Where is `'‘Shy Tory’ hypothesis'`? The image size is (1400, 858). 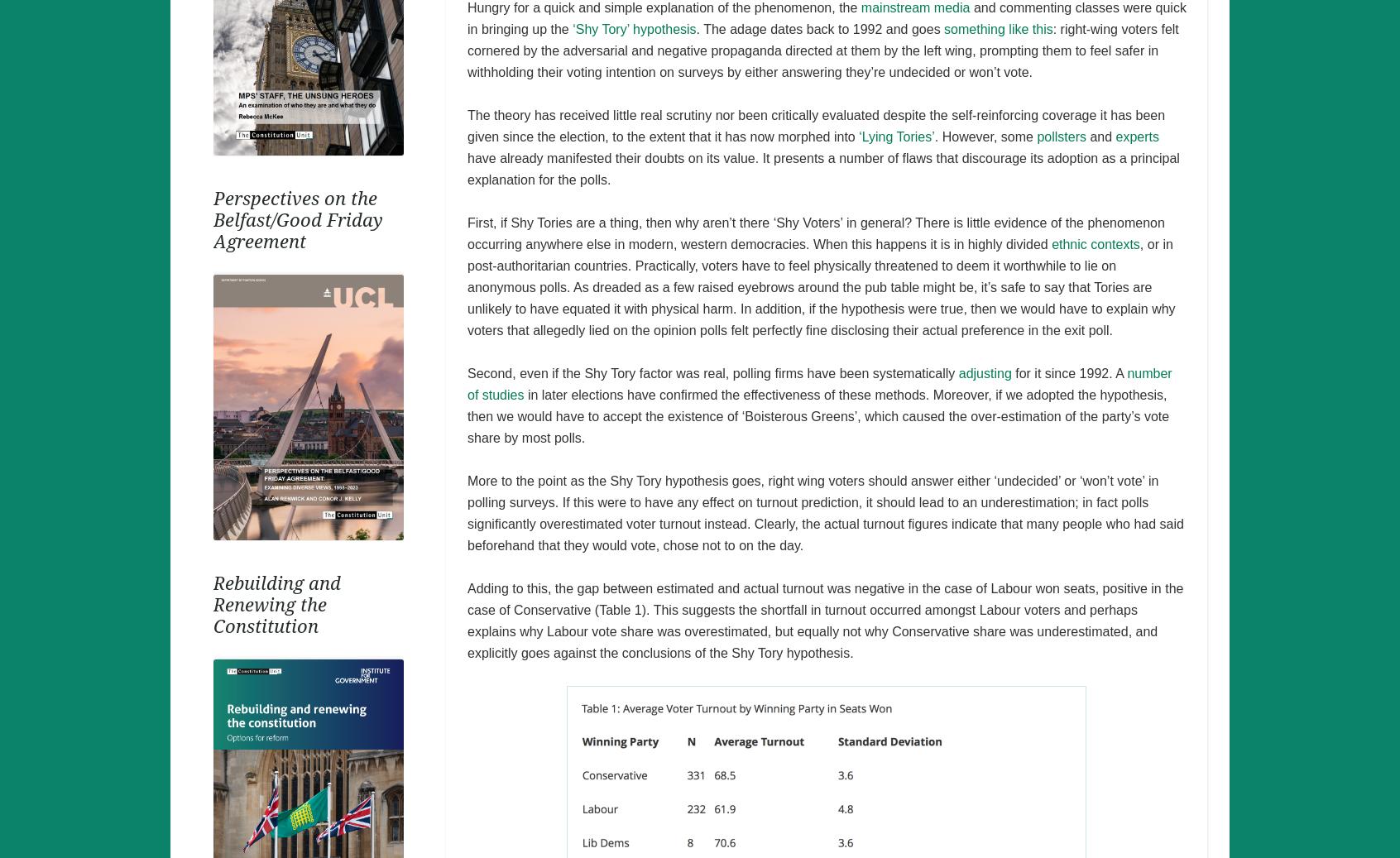
'‘Shy Tory’ hypothesis' is located at coordinates (633, 27).